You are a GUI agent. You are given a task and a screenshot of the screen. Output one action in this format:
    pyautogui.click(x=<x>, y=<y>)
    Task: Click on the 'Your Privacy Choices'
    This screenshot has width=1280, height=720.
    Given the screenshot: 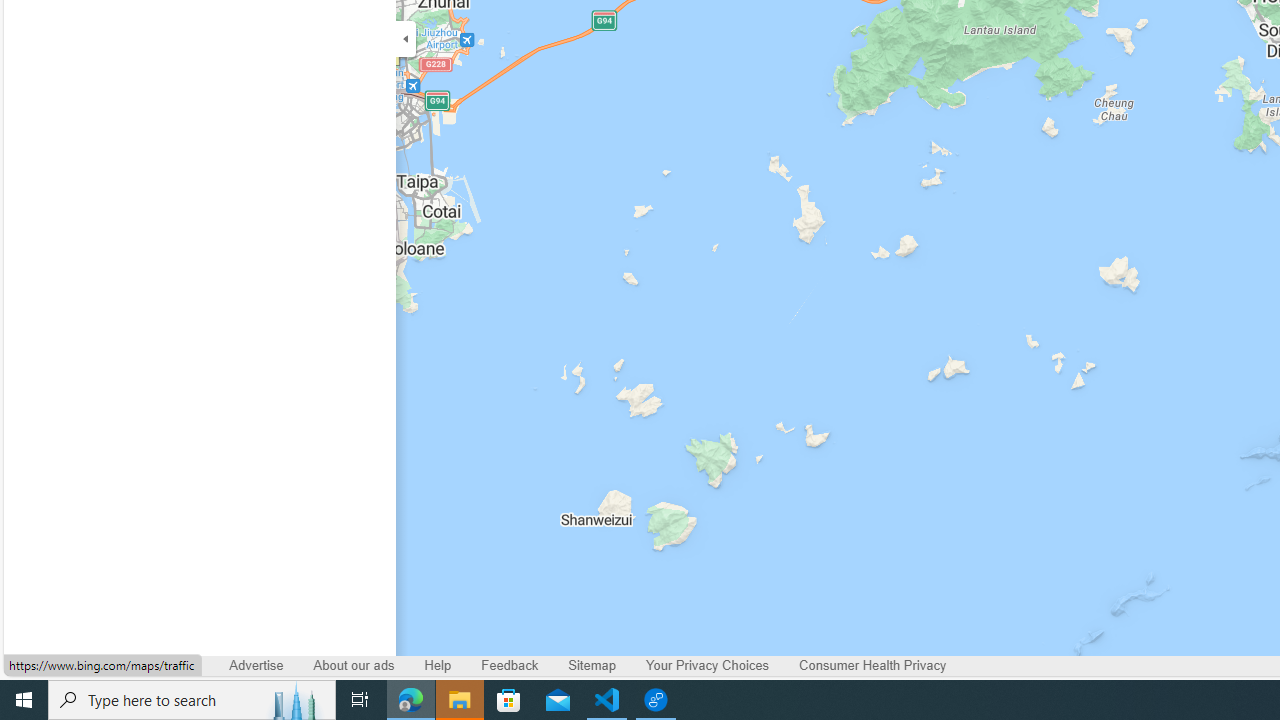 What is the action you would take?
    pyautogui.click(x=707, y=666)
    